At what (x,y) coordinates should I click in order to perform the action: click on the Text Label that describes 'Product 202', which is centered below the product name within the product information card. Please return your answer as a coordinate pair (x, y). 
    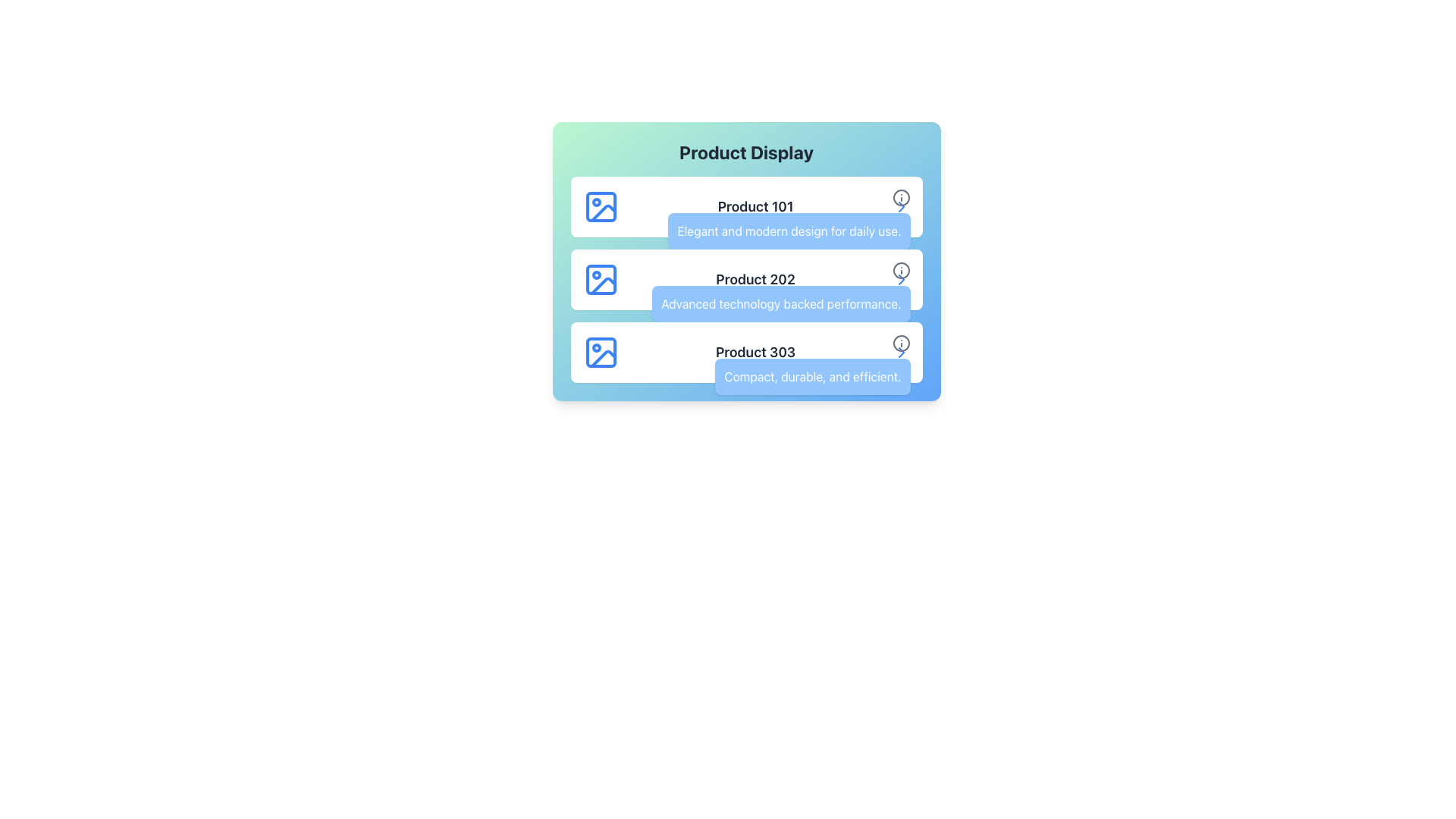
    Looking at the image, I should click on (781, 304).